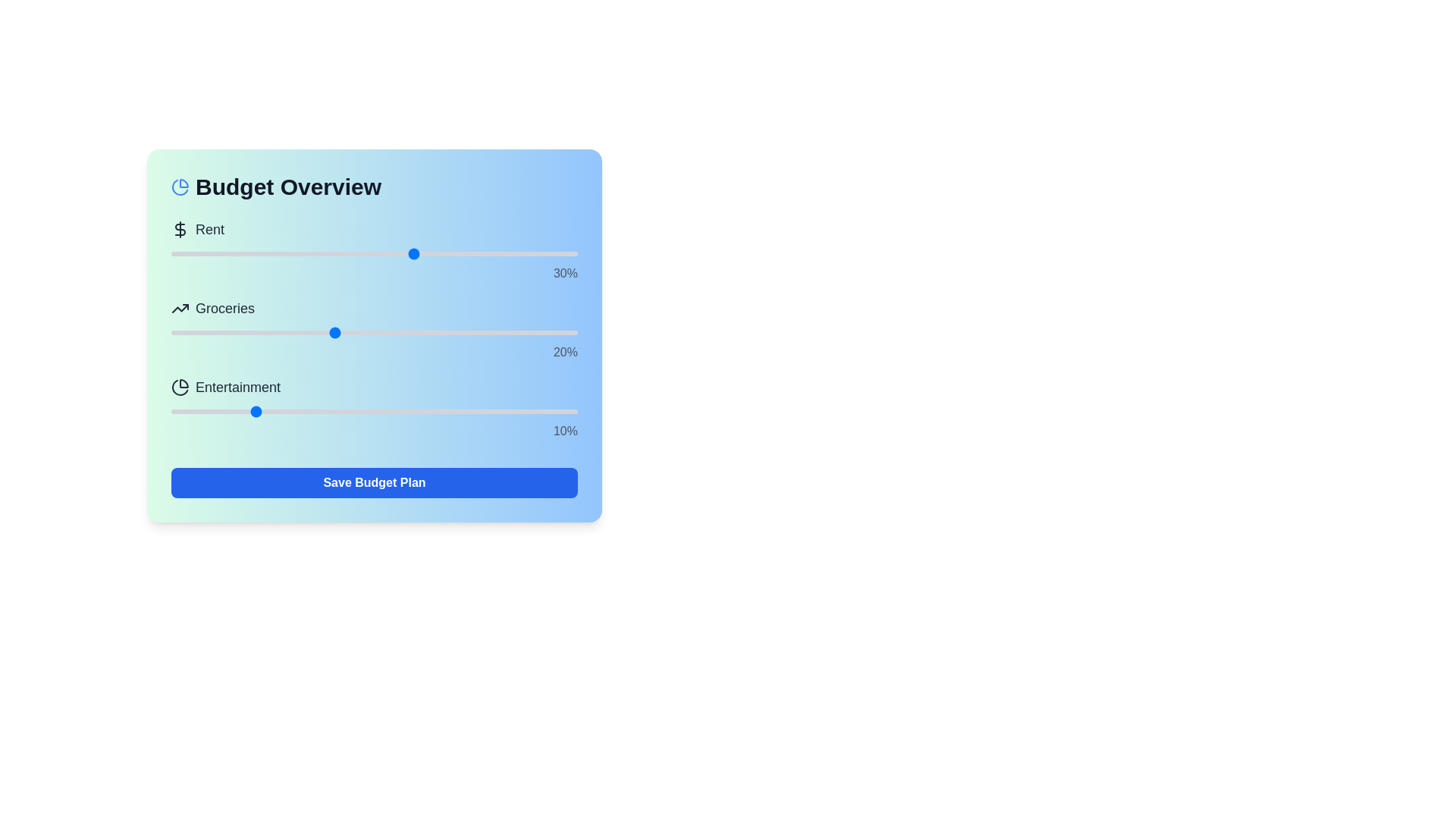  What do you see at coordinates (211, 332) in the screenshot?
I see `the 'Groceries' slider` at bounding box center [211, 332].